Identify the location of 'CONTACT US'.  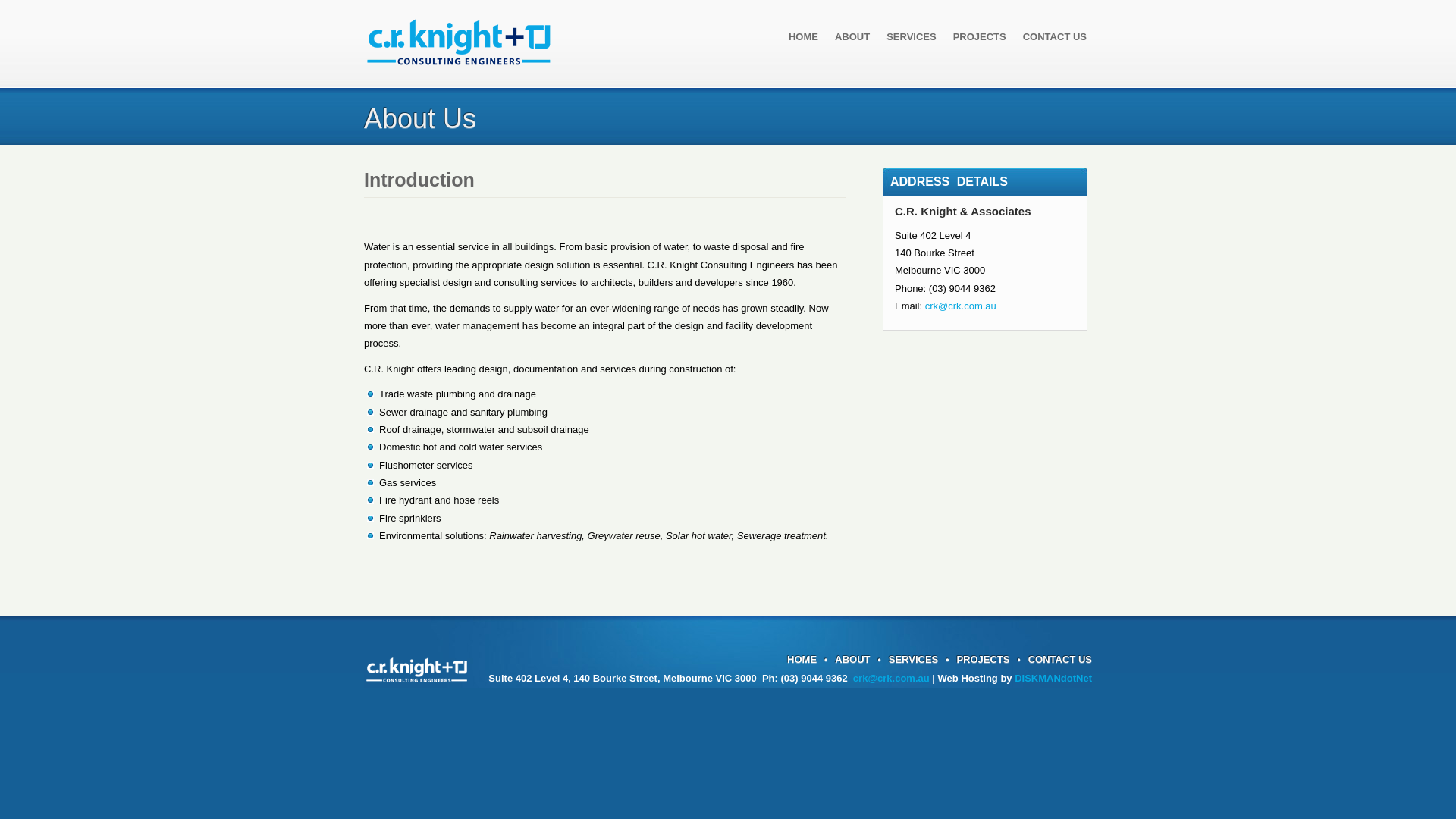
(1059, 658).